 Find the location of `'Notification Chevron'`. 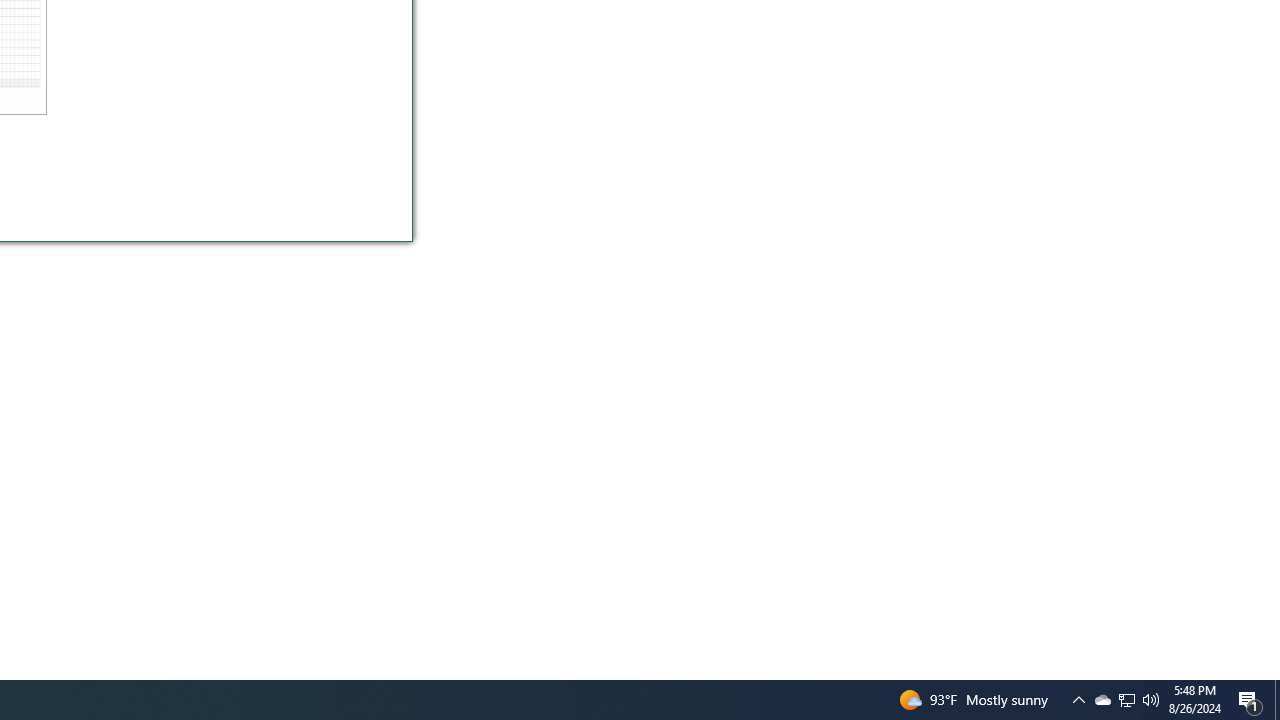

'Notification Chevron' is located at coordinates (1078, 698).